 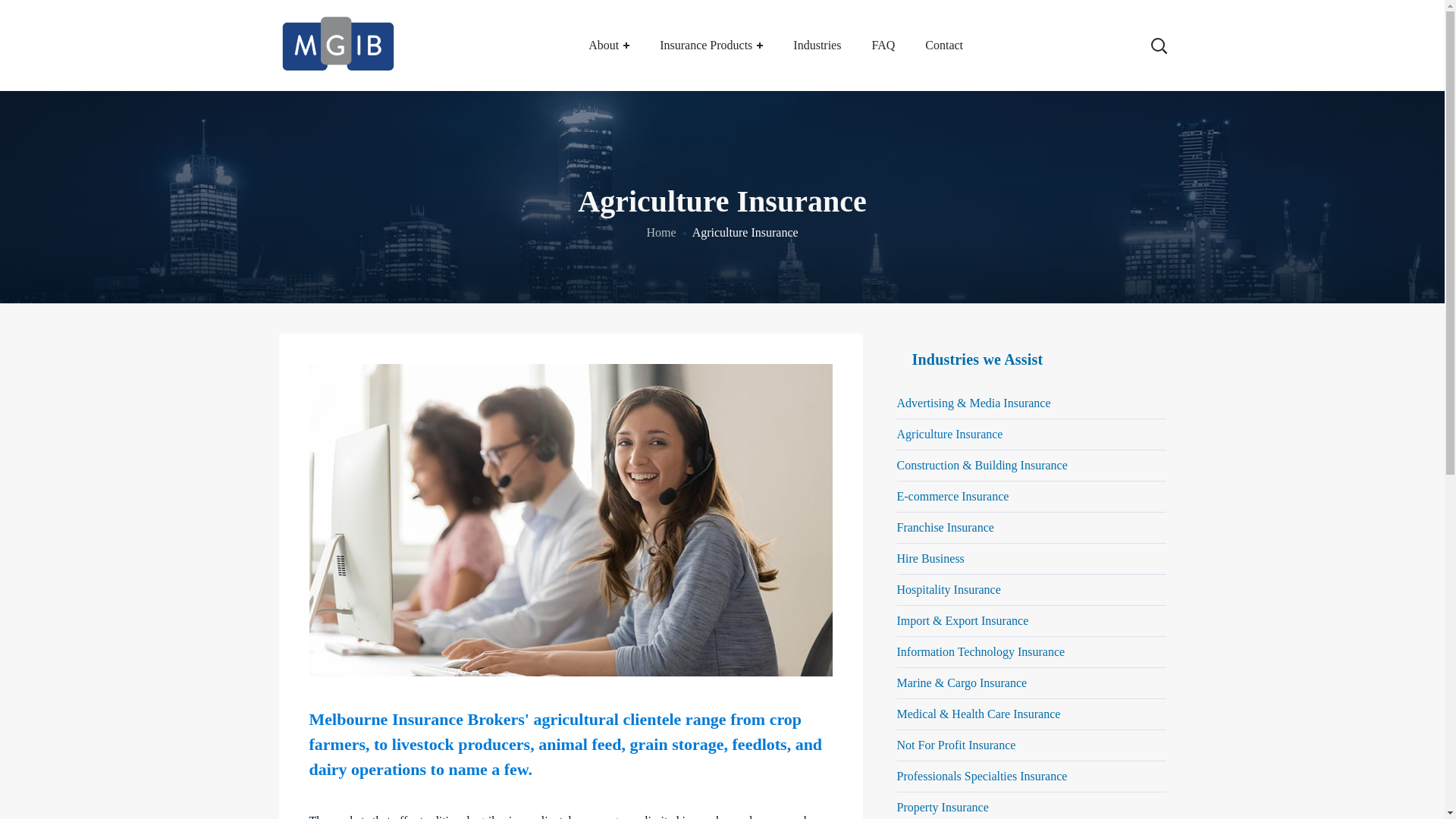 I want to click on 'Contact', so click(x=943, y=45).